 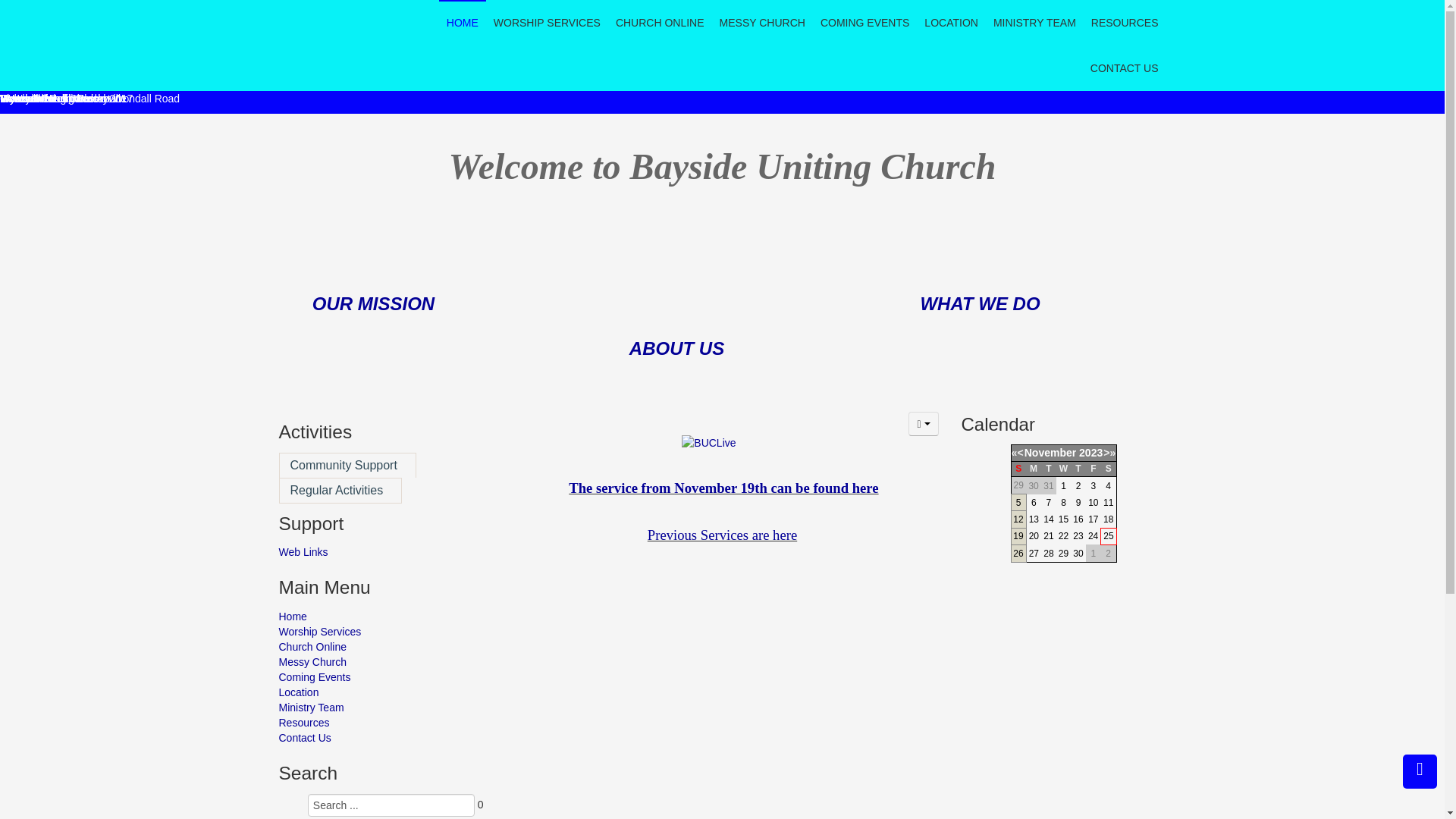 What do you see at coordinates (1077, 535) in the screenshot?
I see `'23'` at bounding box center [1077, 535].